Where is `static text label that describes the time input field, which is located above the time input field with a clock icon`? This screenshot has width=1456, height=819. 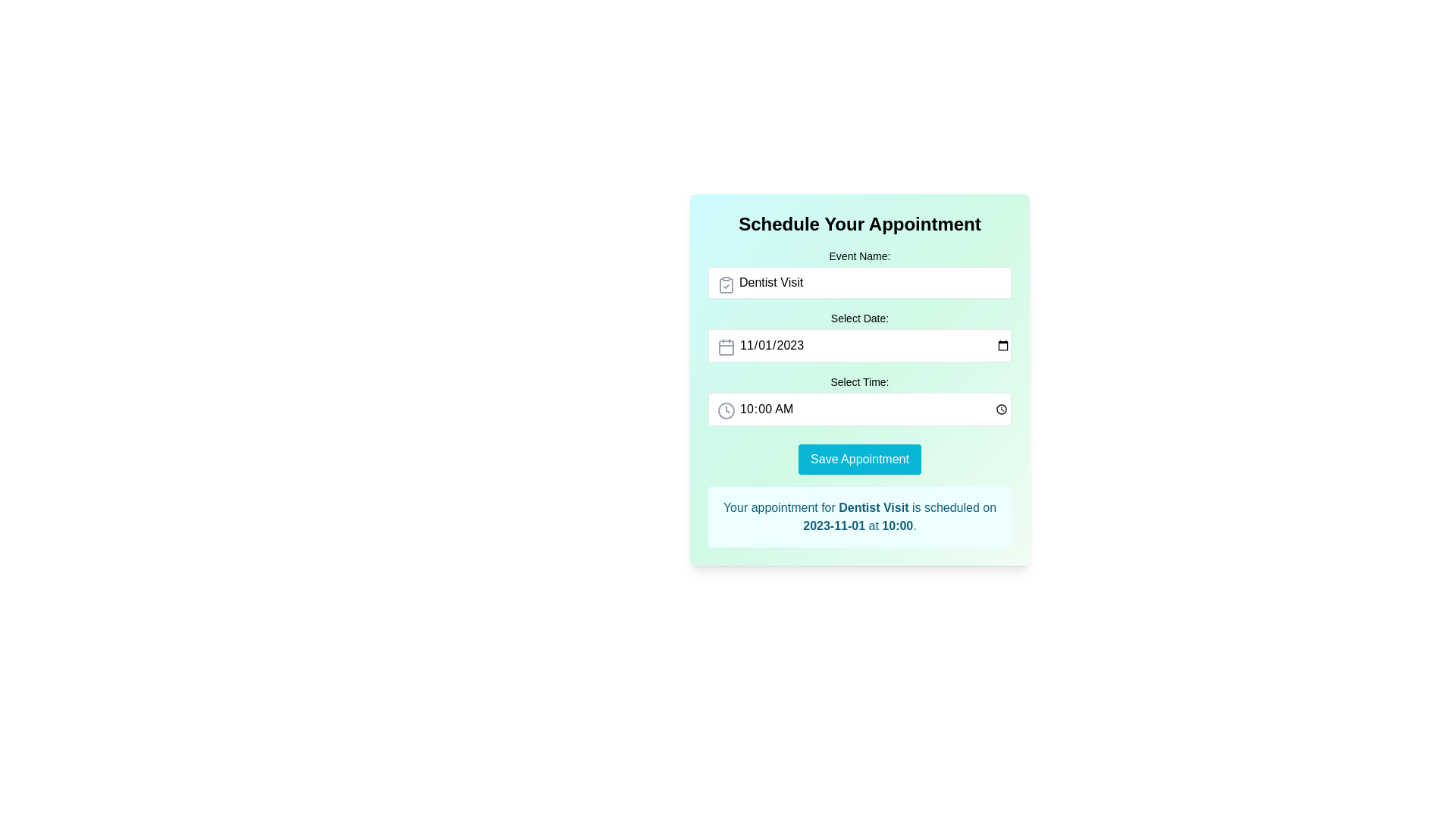
static text label that describes the time input field, which is located above the time input field with a clock icon is located at coordinates (859, 381).